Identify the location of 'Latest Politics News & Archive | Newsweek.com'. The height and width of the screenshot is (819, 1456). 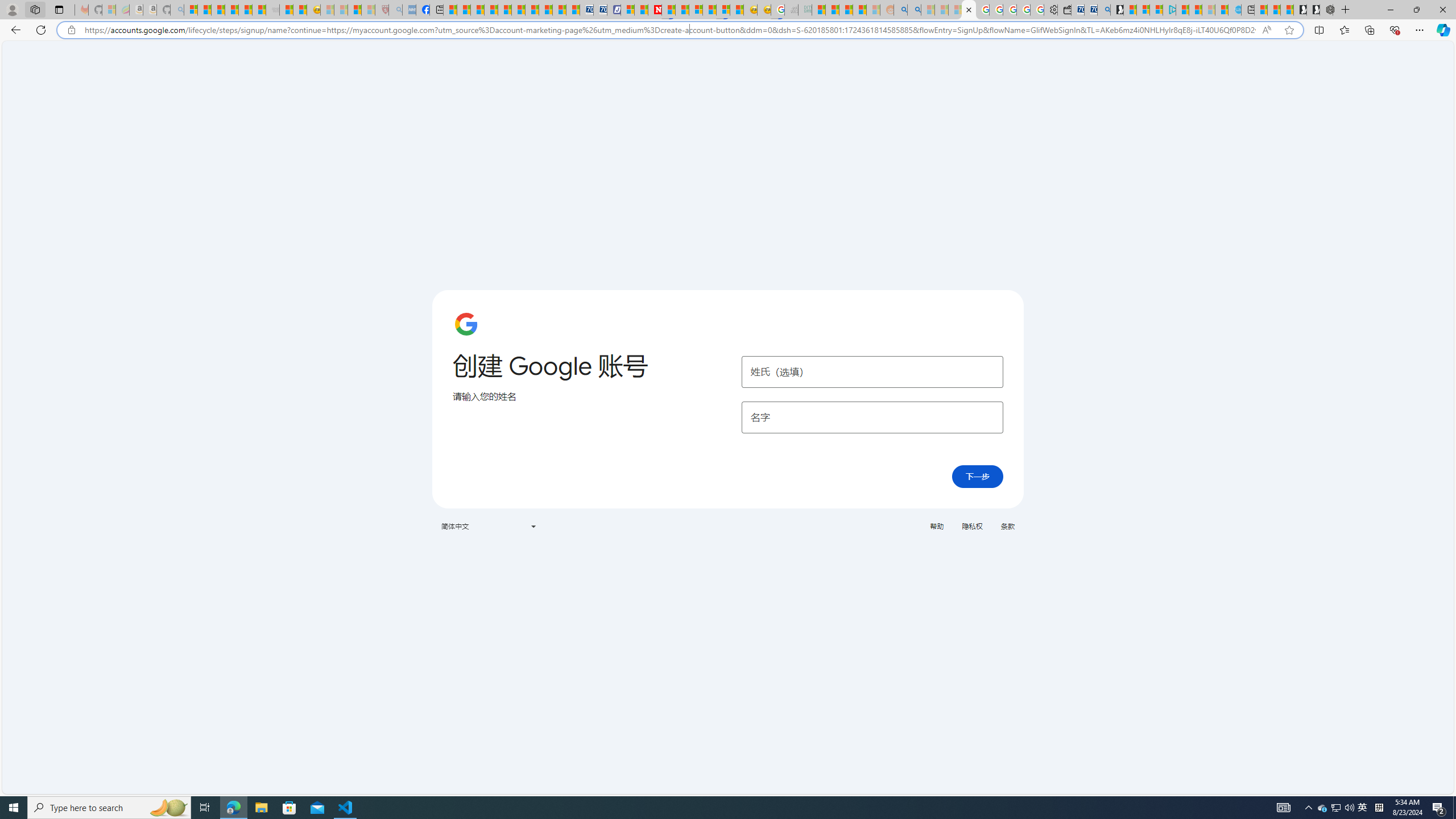
(655, 9).